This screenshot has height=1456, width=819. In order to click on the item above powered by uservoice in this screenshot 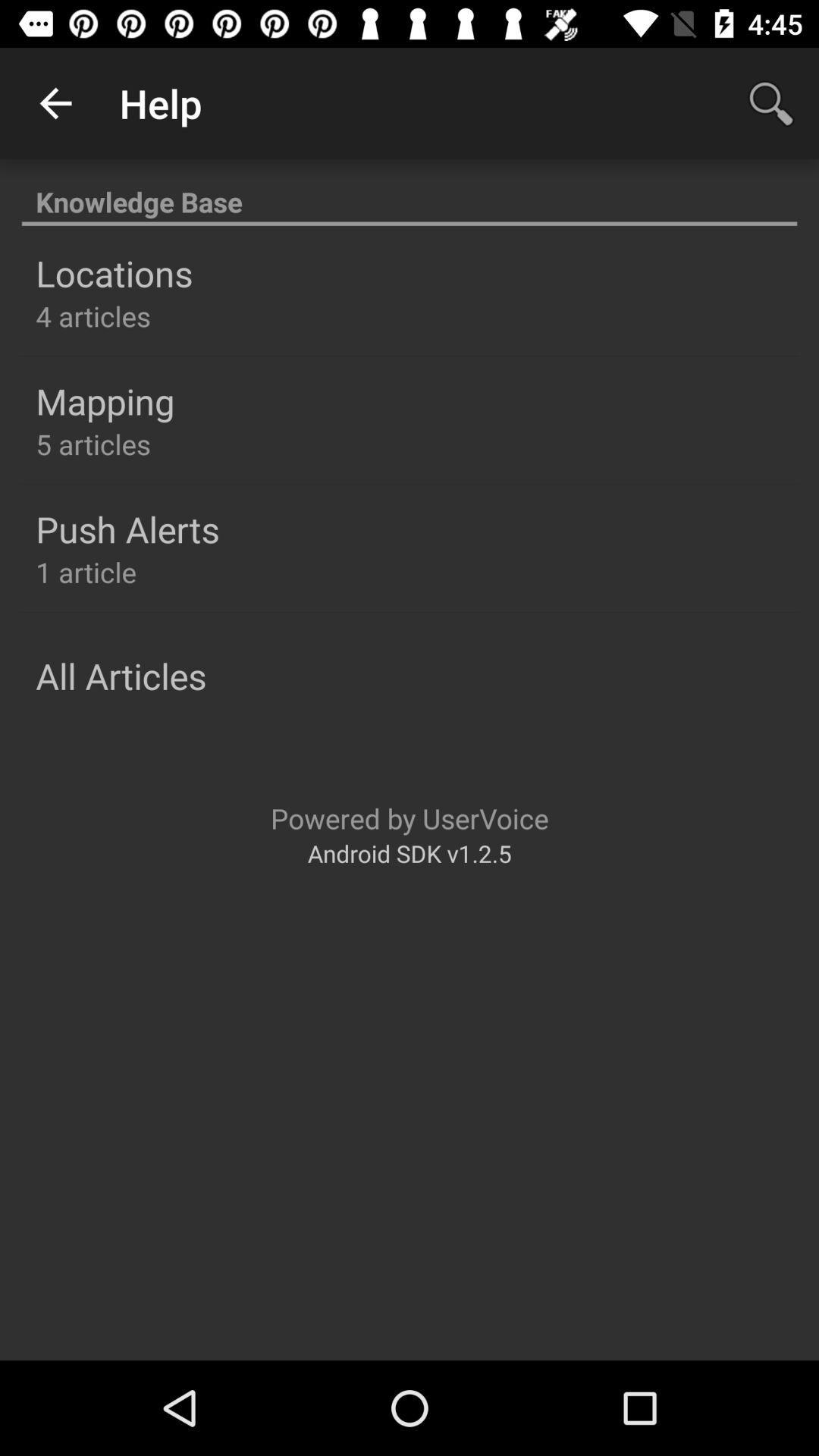, I will do `click(120, 675)`.